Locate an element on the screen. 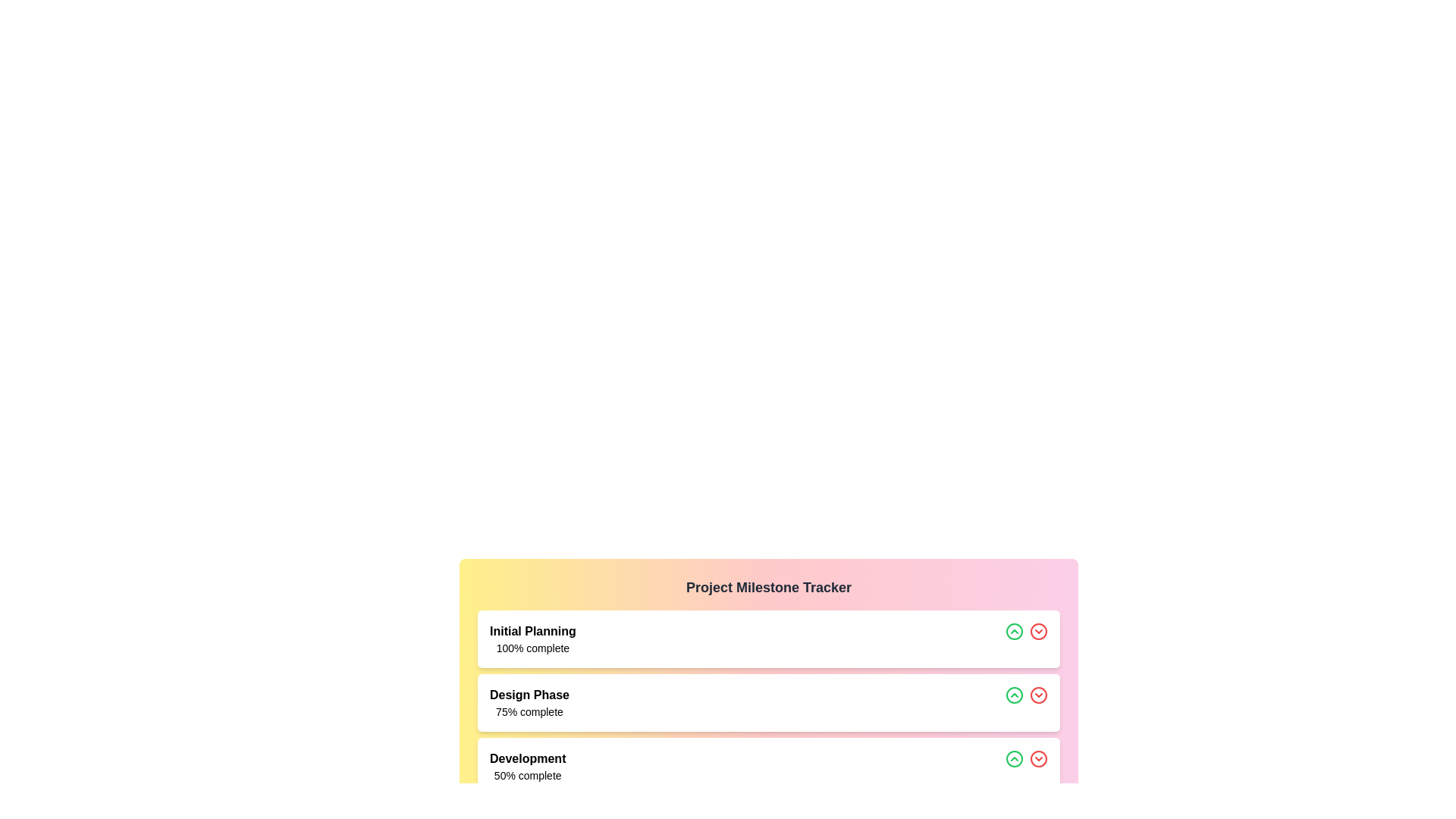 The image size is (1456, 819). the interactive control button represented as a circular SVG graphic with a green outline and an upward-pointing chevron, located inside the project milestone tracker for 'Development 50% complete' is located at coordinates (1015, 759).